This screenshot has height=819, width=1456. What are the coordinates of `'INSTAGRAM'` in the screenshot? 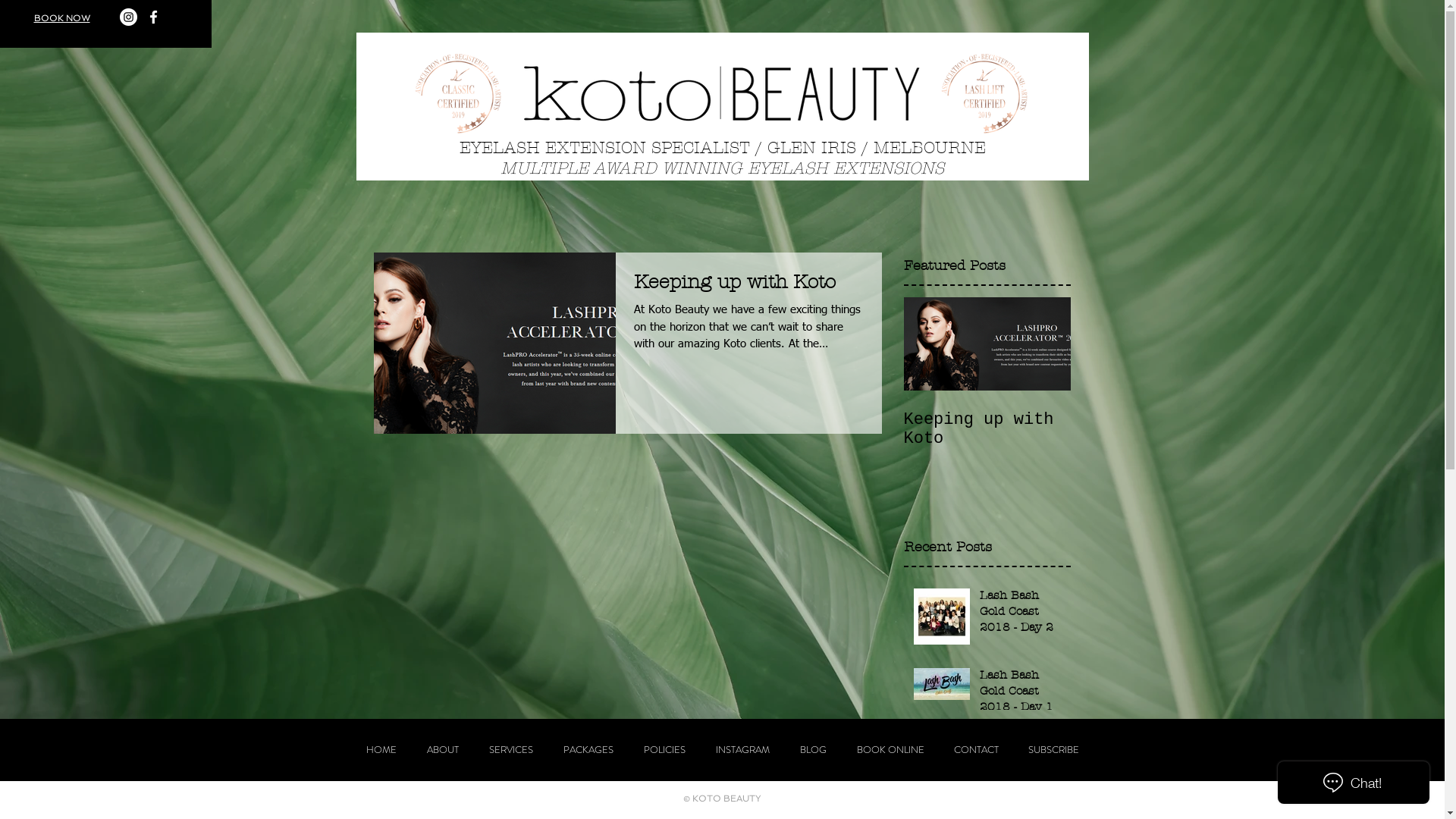 It's located at (742, 748).